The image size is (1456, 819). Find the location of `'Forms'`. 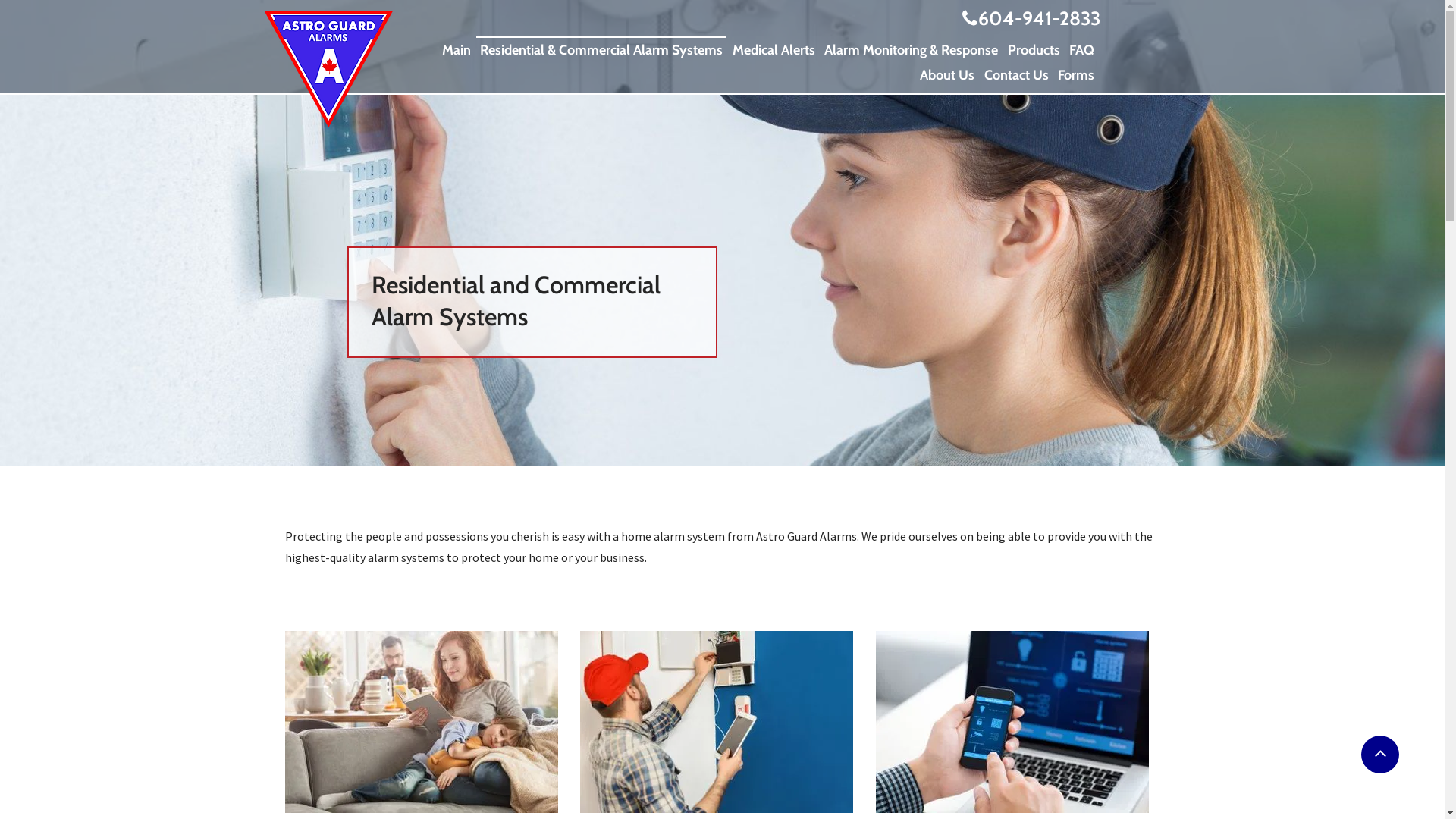

'Forms' is located at coordinates (1053, 73).